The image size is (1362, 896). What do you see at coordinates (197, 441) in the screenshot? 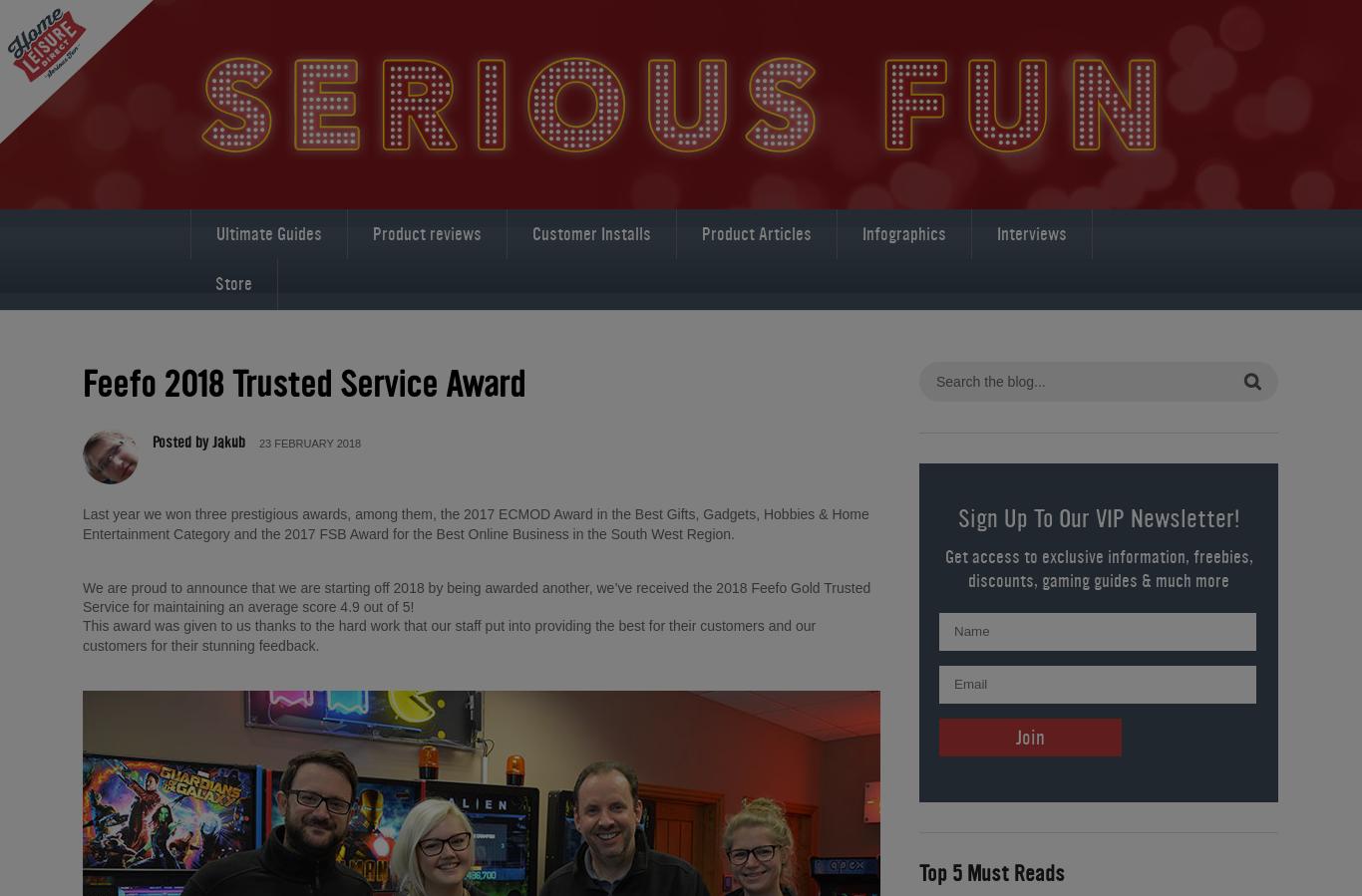
I see `'Posted by Jakub'` at bounding box center [197, 441].